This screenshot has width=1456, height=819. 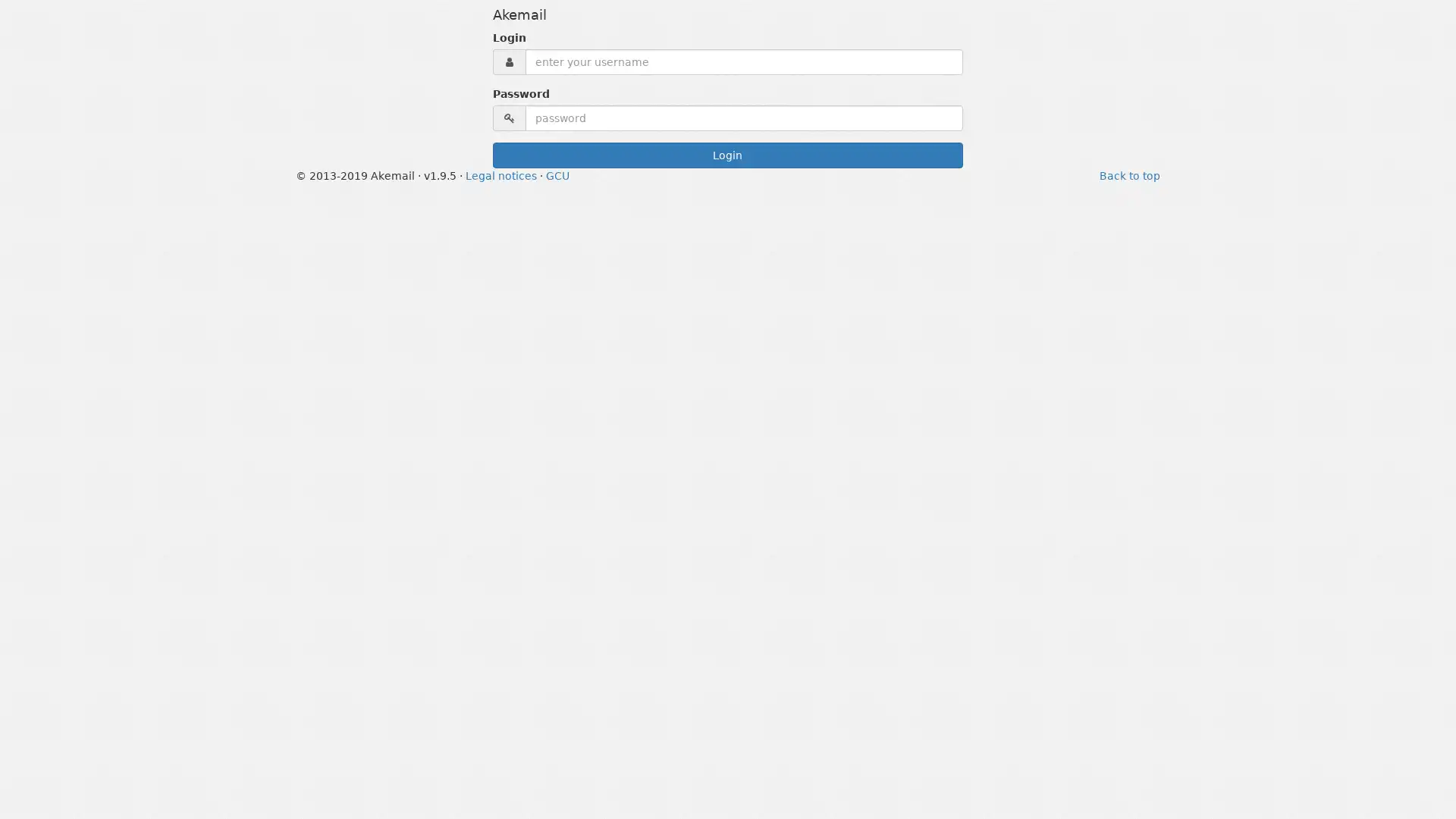 What do you see at coordinates (726, 155) in the screenshot?
I see `Login` at bounding box center [726, 155].